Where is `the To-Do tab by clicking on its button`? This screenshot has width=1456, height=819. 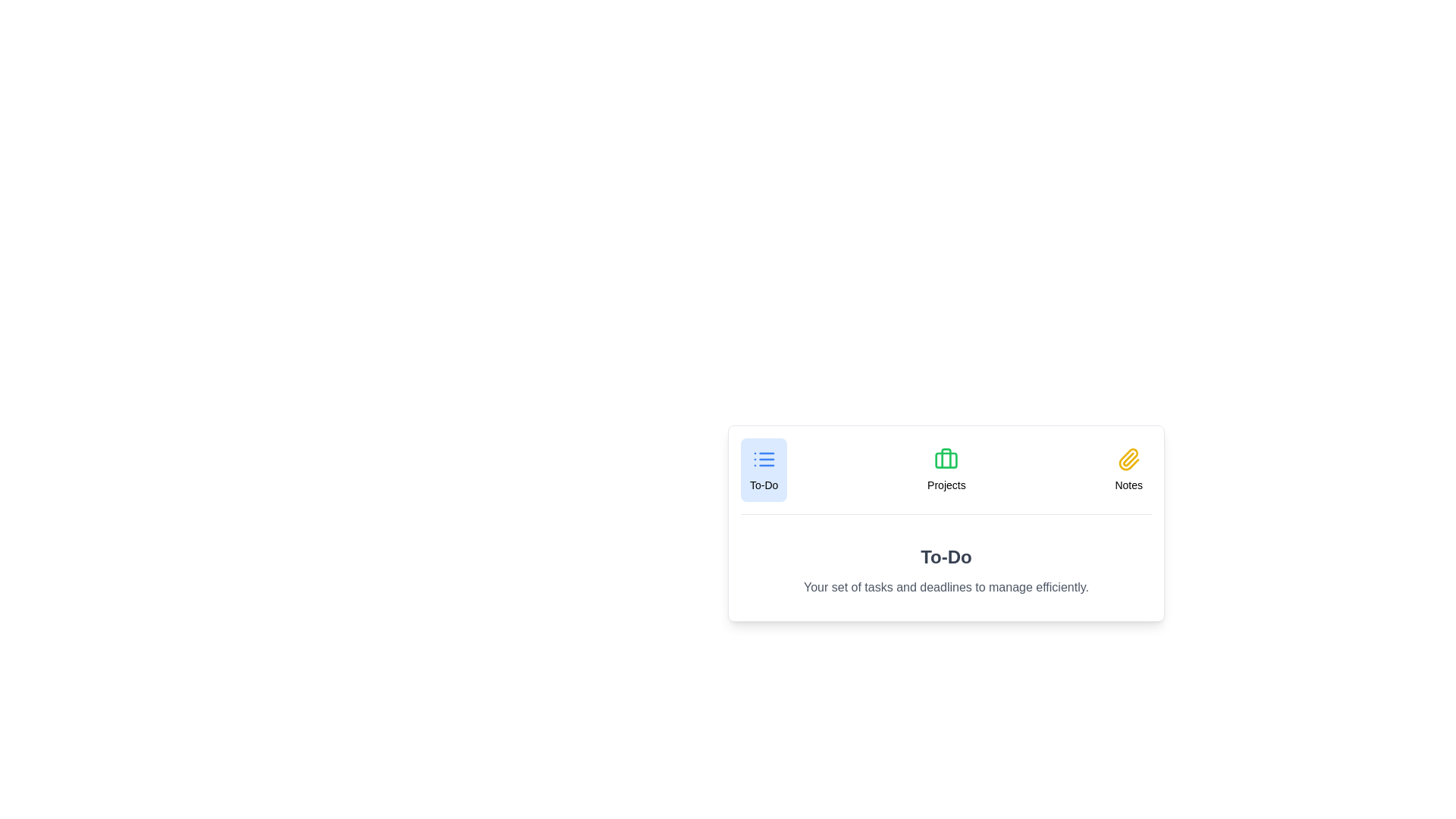
the To-Do tab by clicking on its button is located at coordinates (764, 469).